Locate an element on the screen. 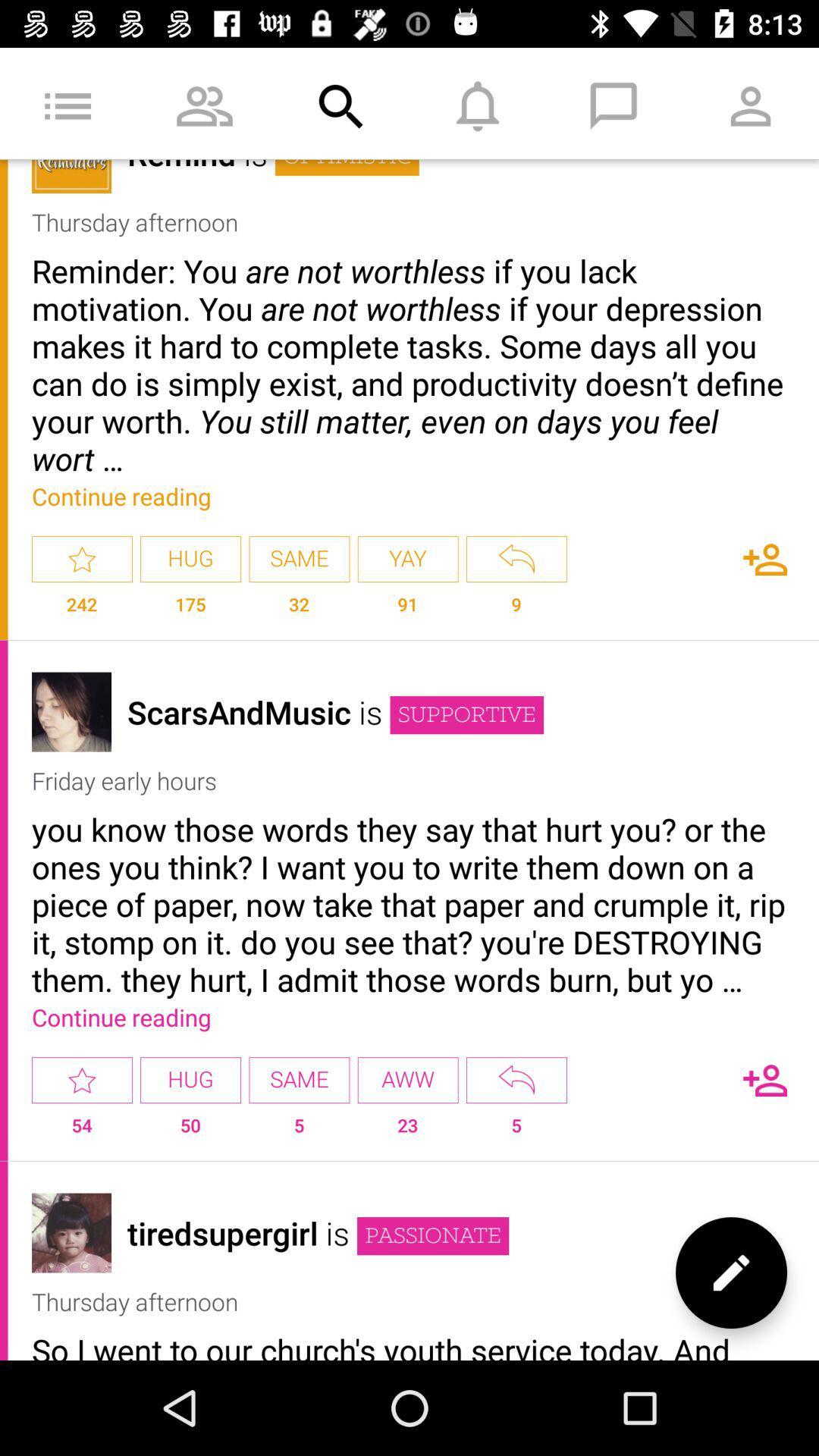 This screenshot has width=819, height=1456. favorite is located at coordinates (82, 1079).